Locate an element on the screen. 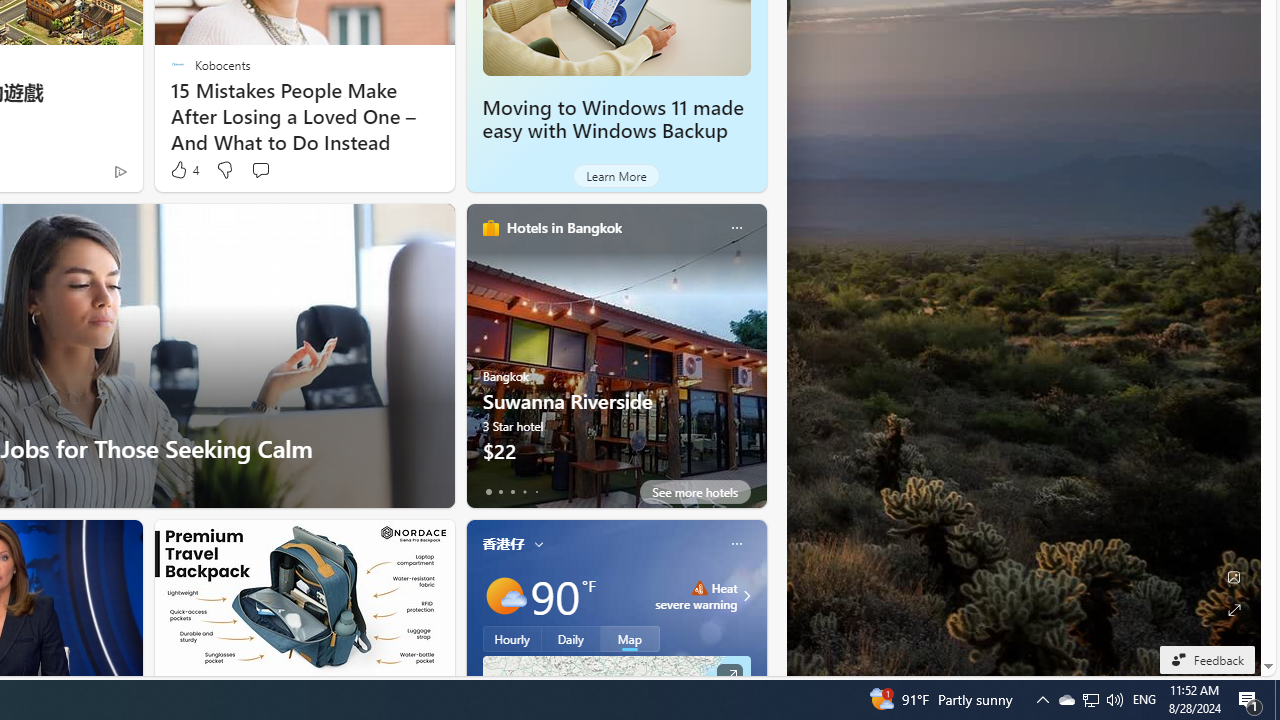  'Start the conversation' is located at coordinates (259, 168).